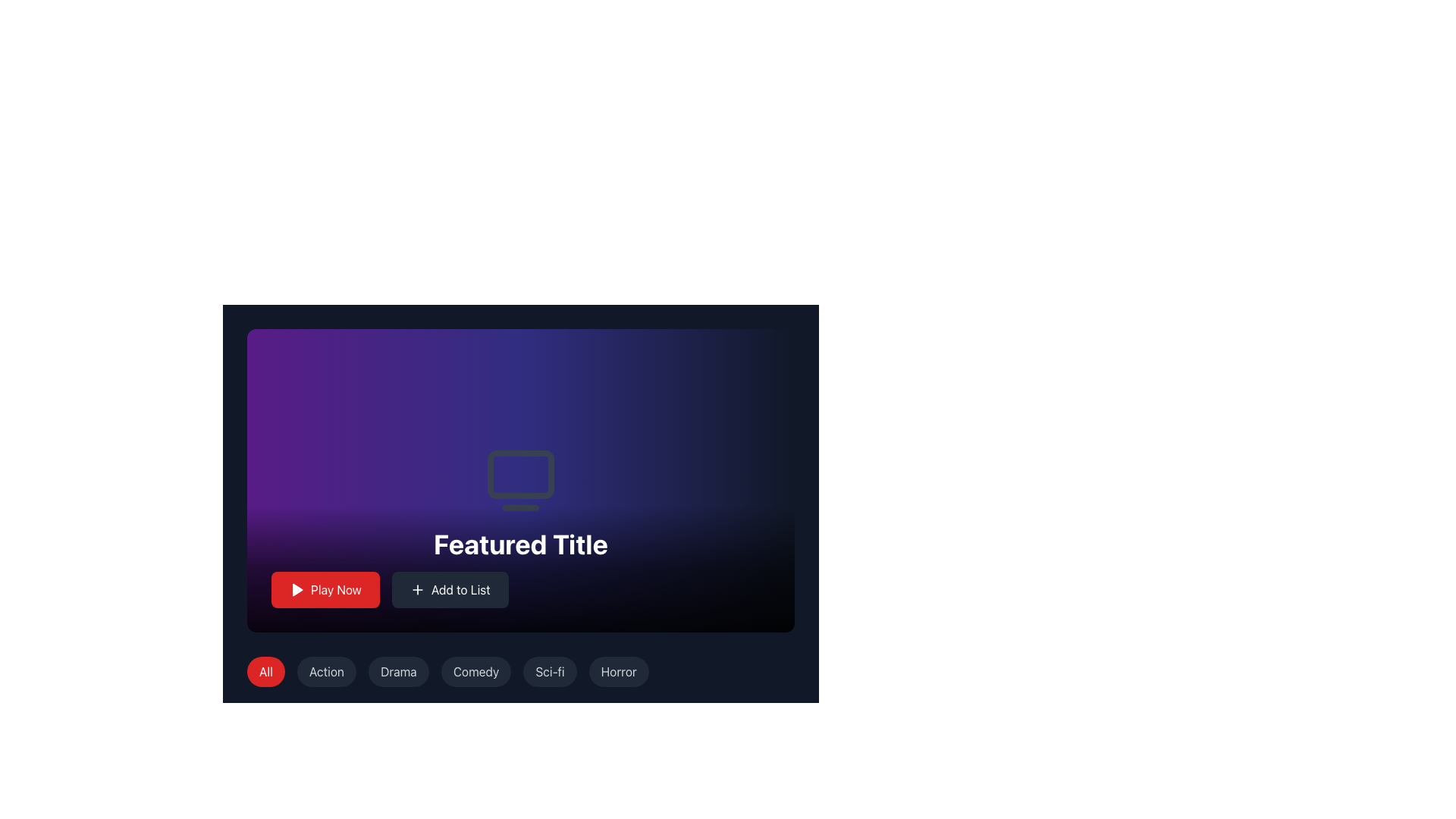  What do you see at coordinates (417, 589) in the screenshot?
I see `the plus icon on the 'Add to List' button, which is positioned to the left of the textual label and located to the right of the 'Play Now' button` at bounding box center [417, 589].